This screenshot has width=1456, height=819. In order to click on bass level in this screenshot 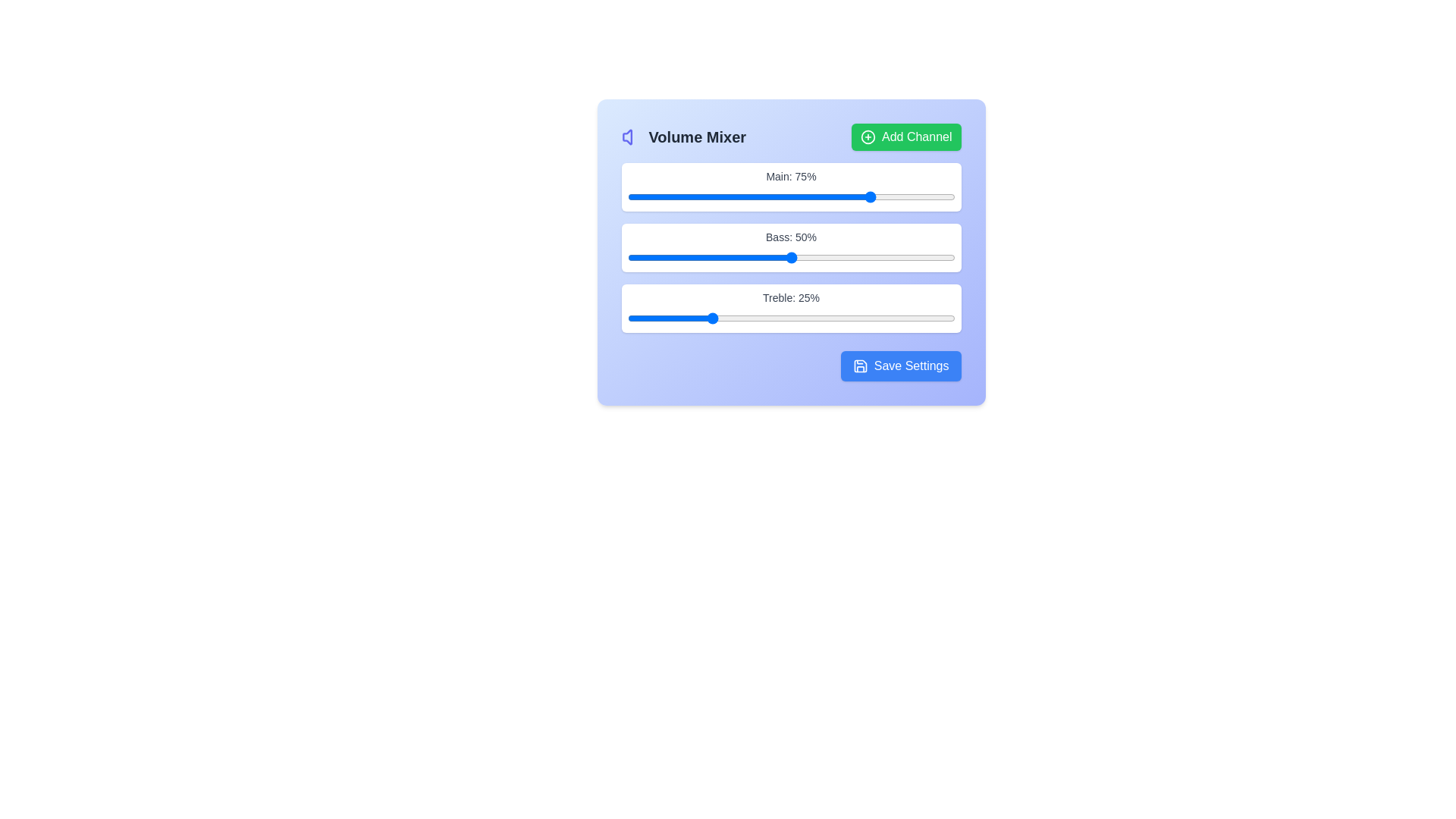, I will do `click(729, 256)`.